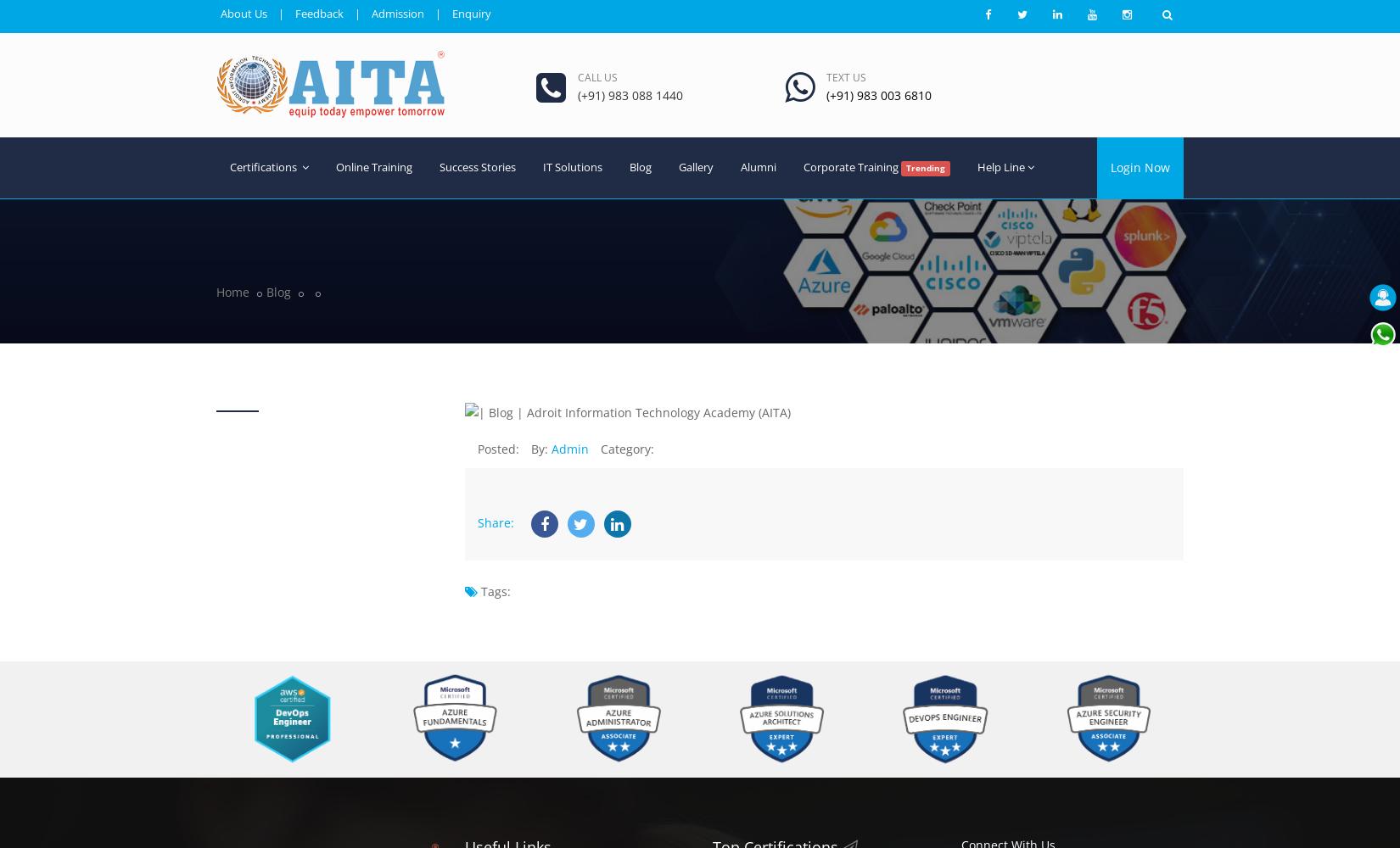  What do you see at coordinates (232, 290) in the screenshot?
I see `'Home'` at bounding box center [232, 290].